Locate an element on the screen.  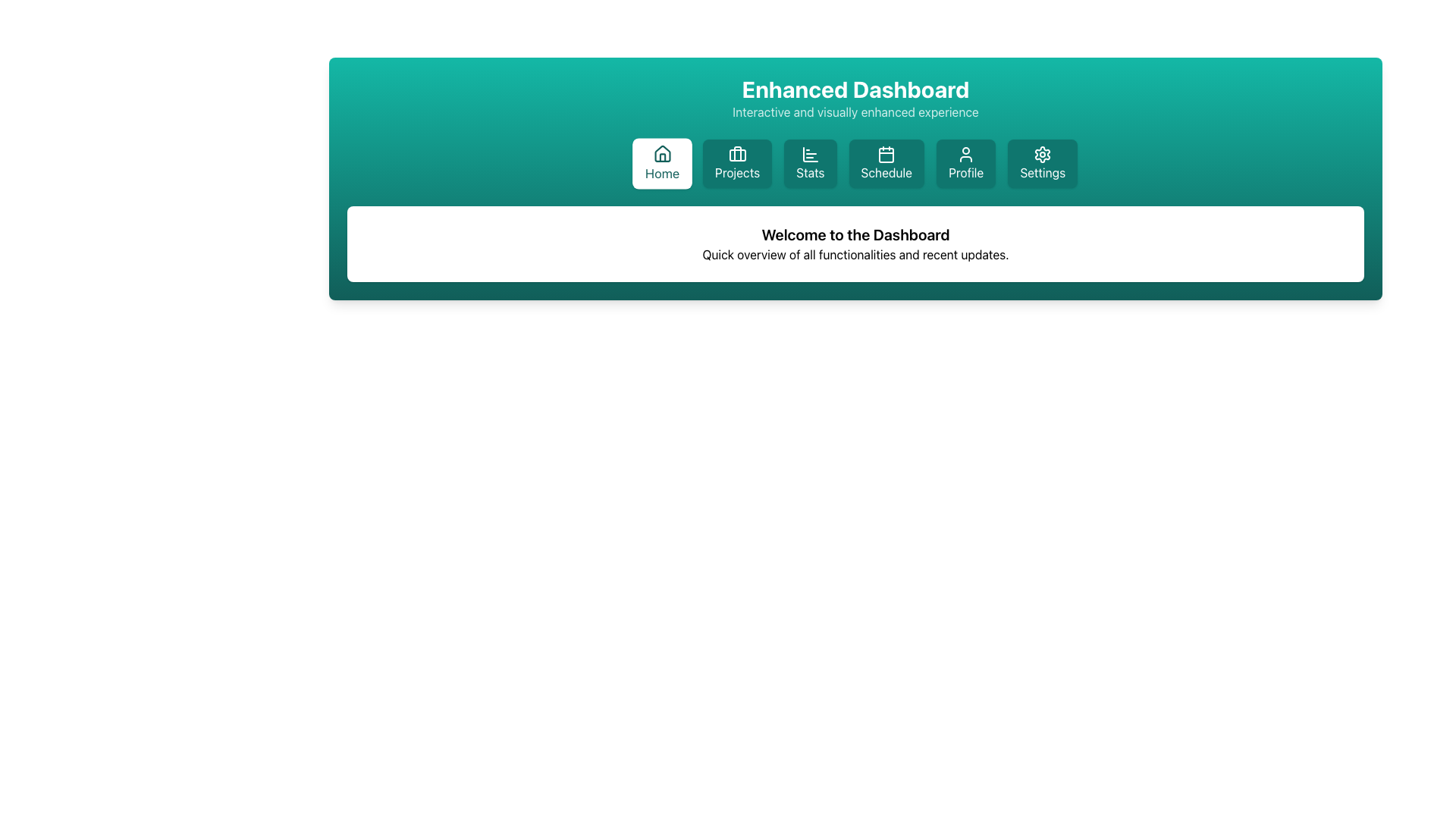
the 'Settings' button that includes the settings icon located in the top-right section of the navigation bar is located at coordinates (1041, 155).